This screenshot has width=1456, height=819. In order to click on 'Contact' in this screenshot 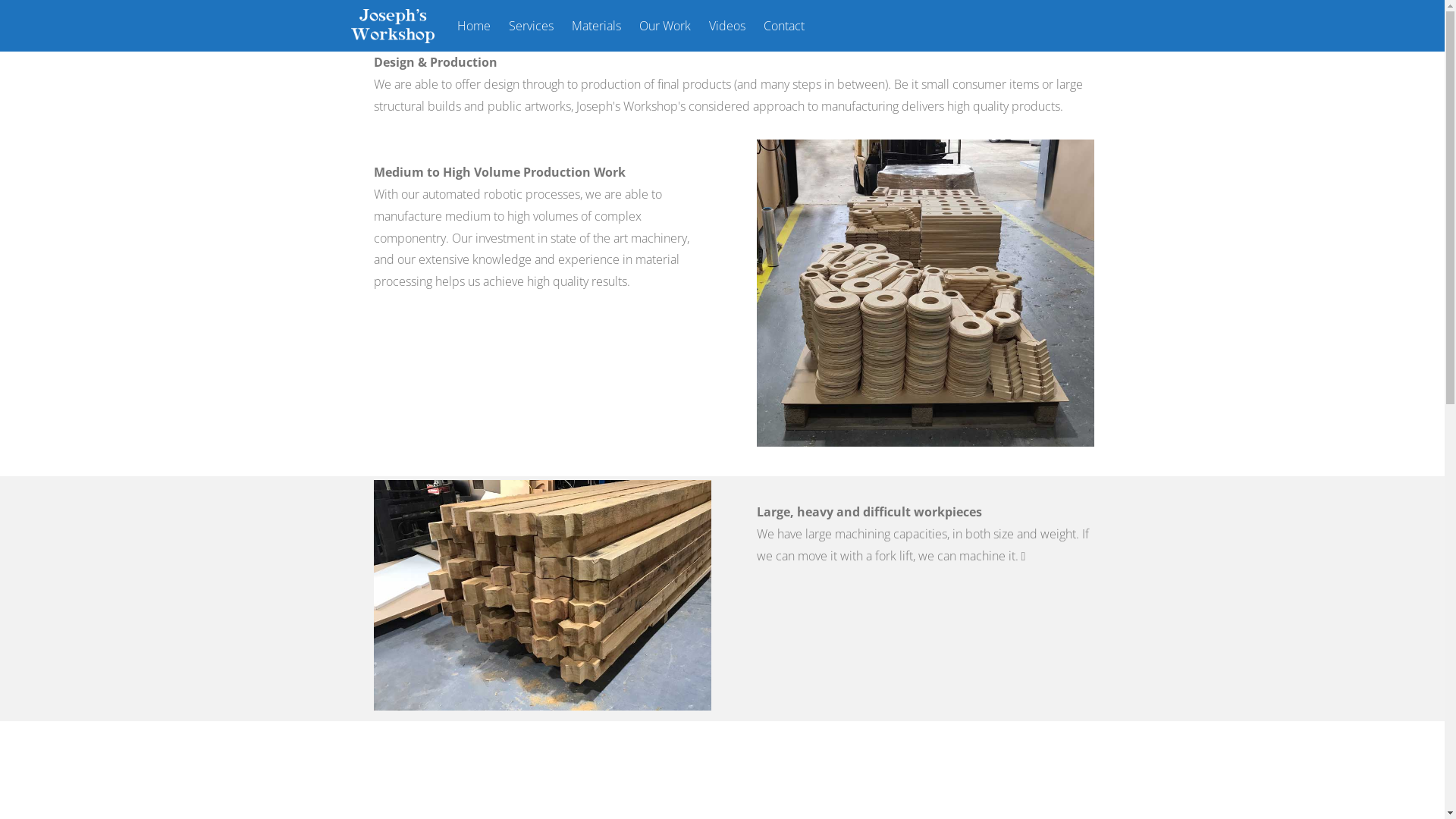, I will do `click(783, 26)`.